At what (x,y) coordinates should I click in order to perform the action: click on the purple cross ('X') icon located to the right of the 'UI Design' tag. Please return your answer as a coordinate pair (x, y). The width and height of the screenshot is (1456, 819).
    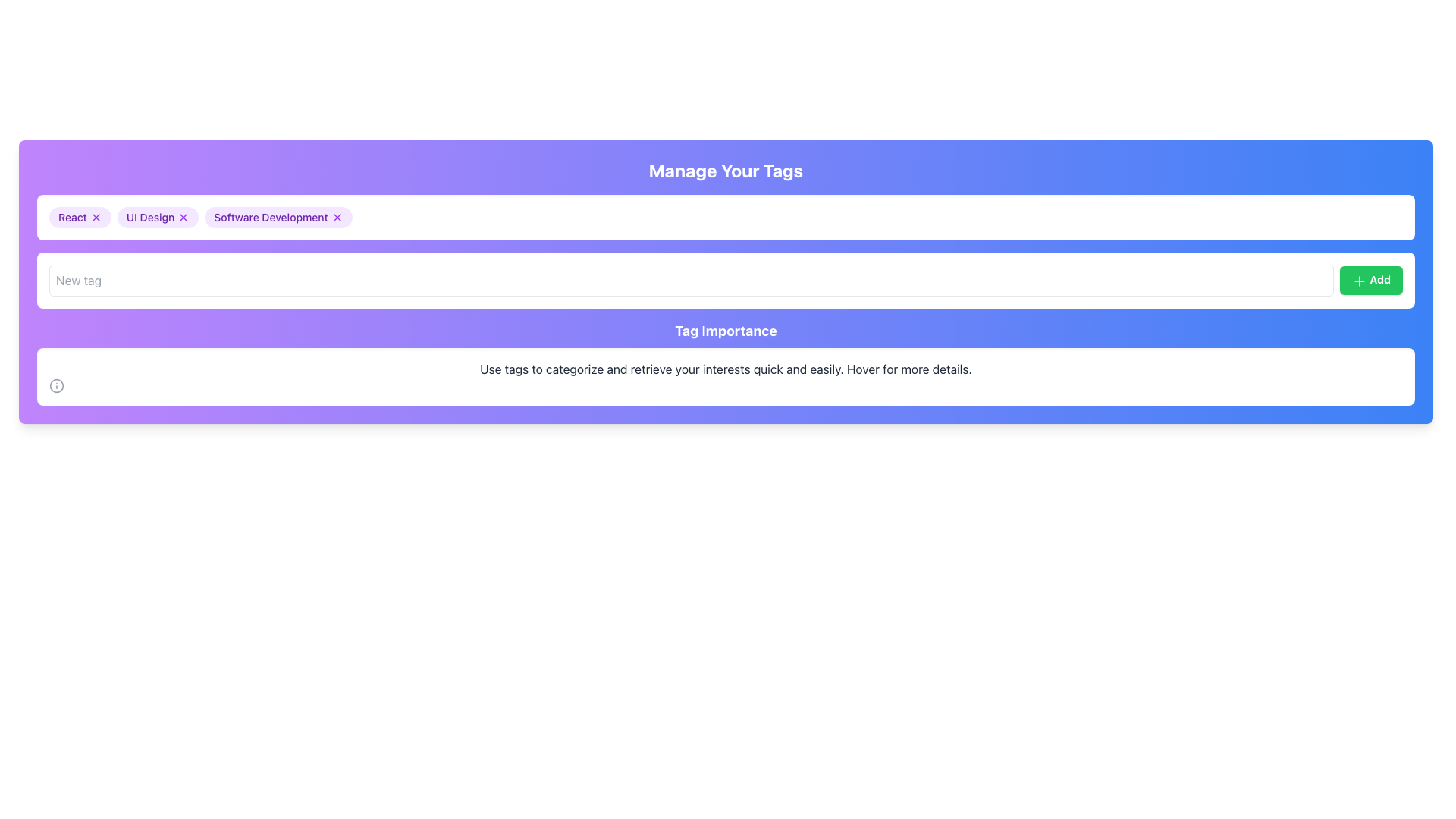
    Looking at the image, I should click on (183, 217).